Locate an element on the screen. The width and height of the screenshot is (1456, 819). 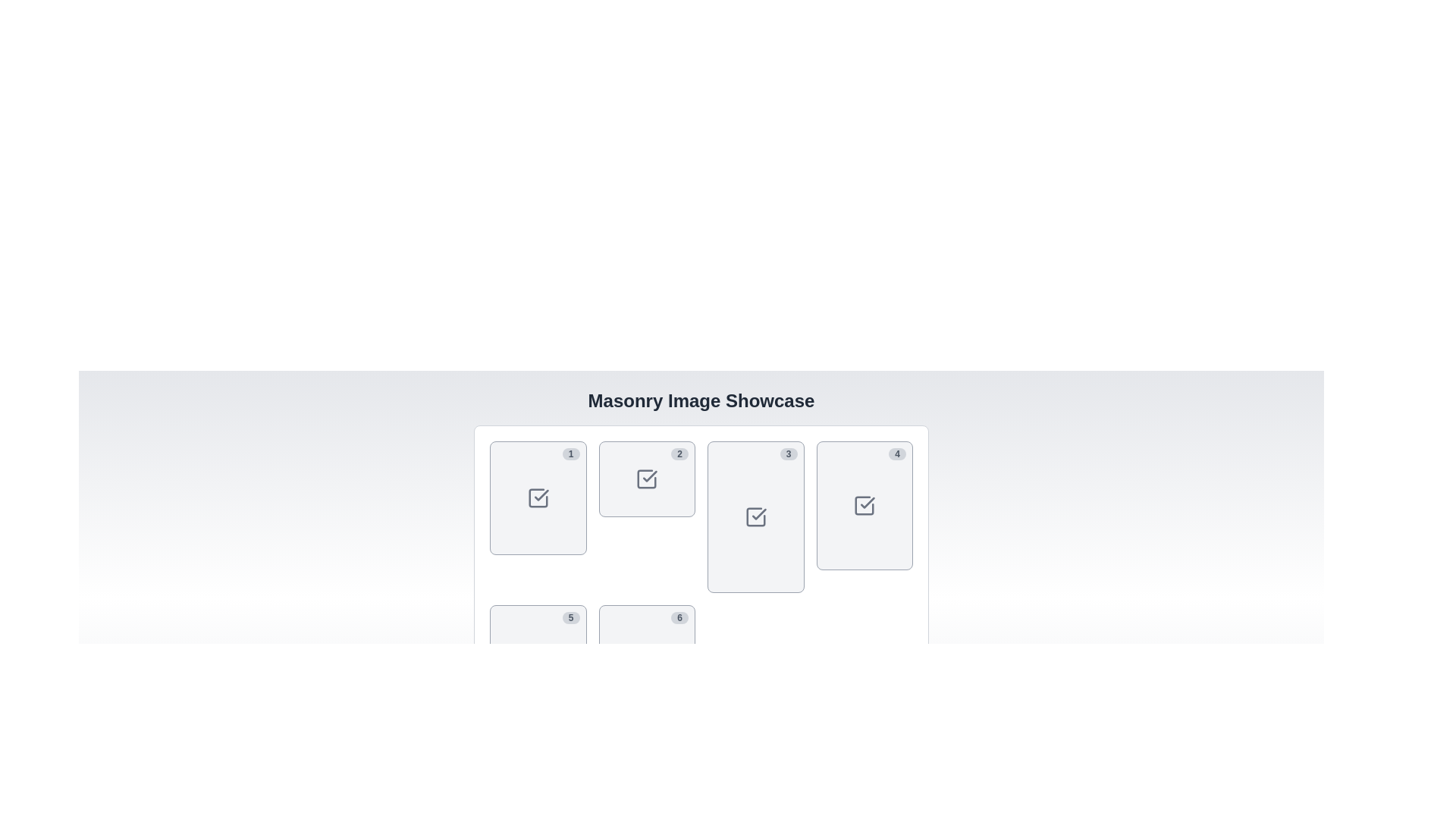
icon styled as a square with a checkmark inside, located in the fifth card of the 'Masonry Image Showcase' section, by clicking on it is located at coordinates (538, 654).